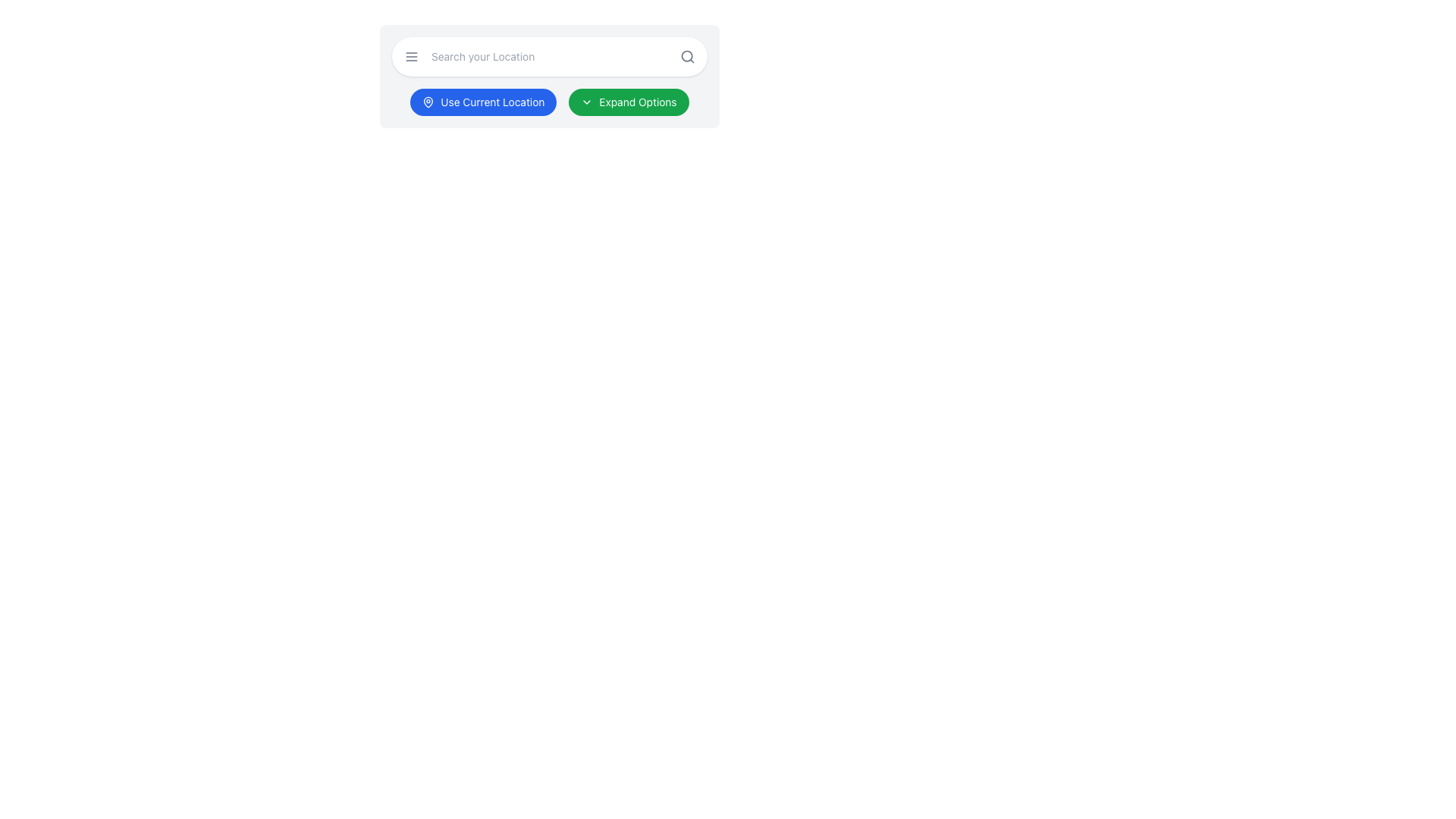 The width and height of the screenshot is (1456, 819). I want to click on the geographical location button located in the top section of the interface, positioned to the left of the 'Expand Options' button, so click(482, 102).